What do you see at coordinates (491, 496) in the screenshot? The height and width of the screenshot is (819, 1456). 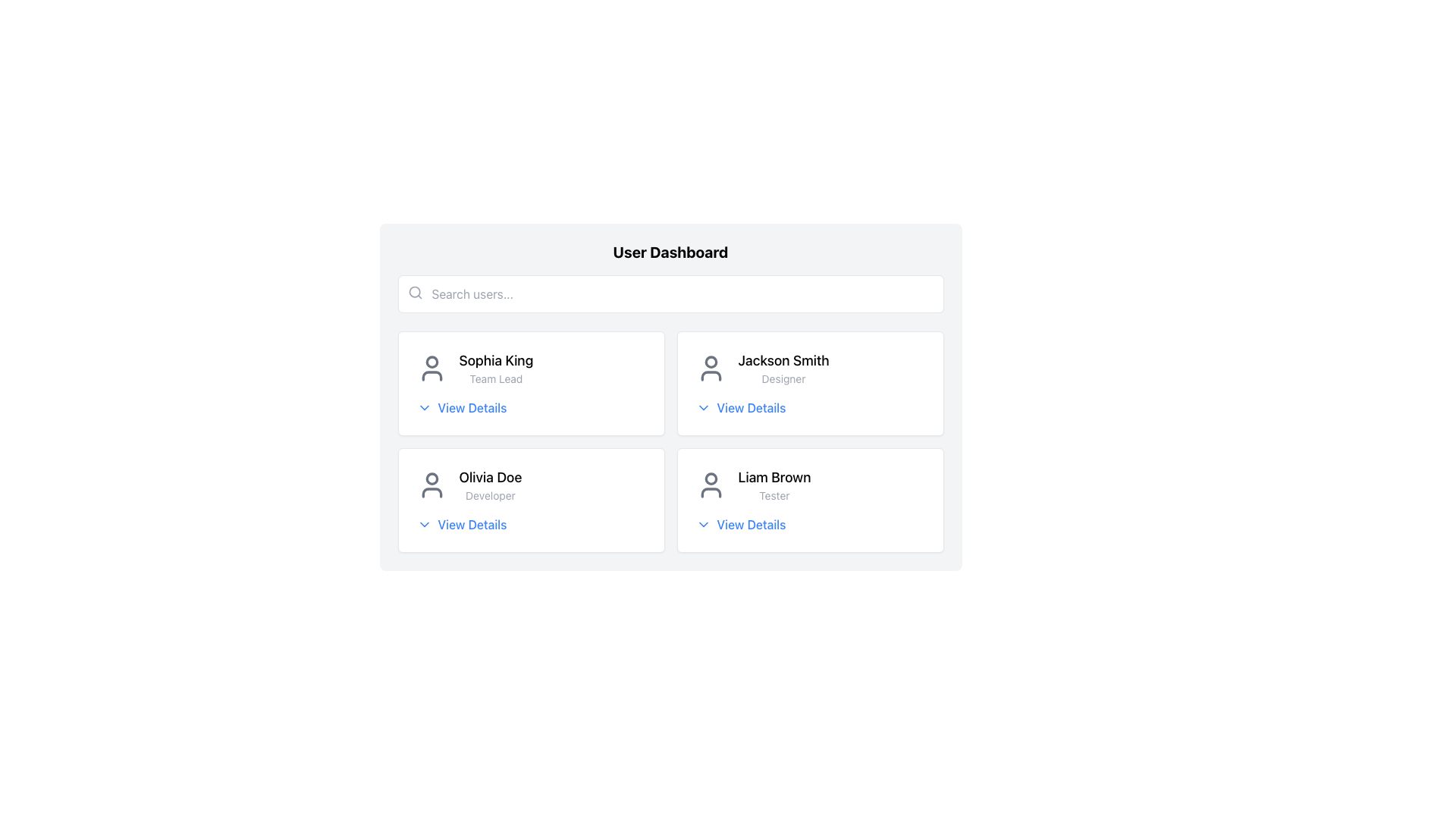 I see `the static text label indicating the job title associated with the user 'Olivia Doe', located in the bottom portion of the user profile section` at bounding box center [491, 496].